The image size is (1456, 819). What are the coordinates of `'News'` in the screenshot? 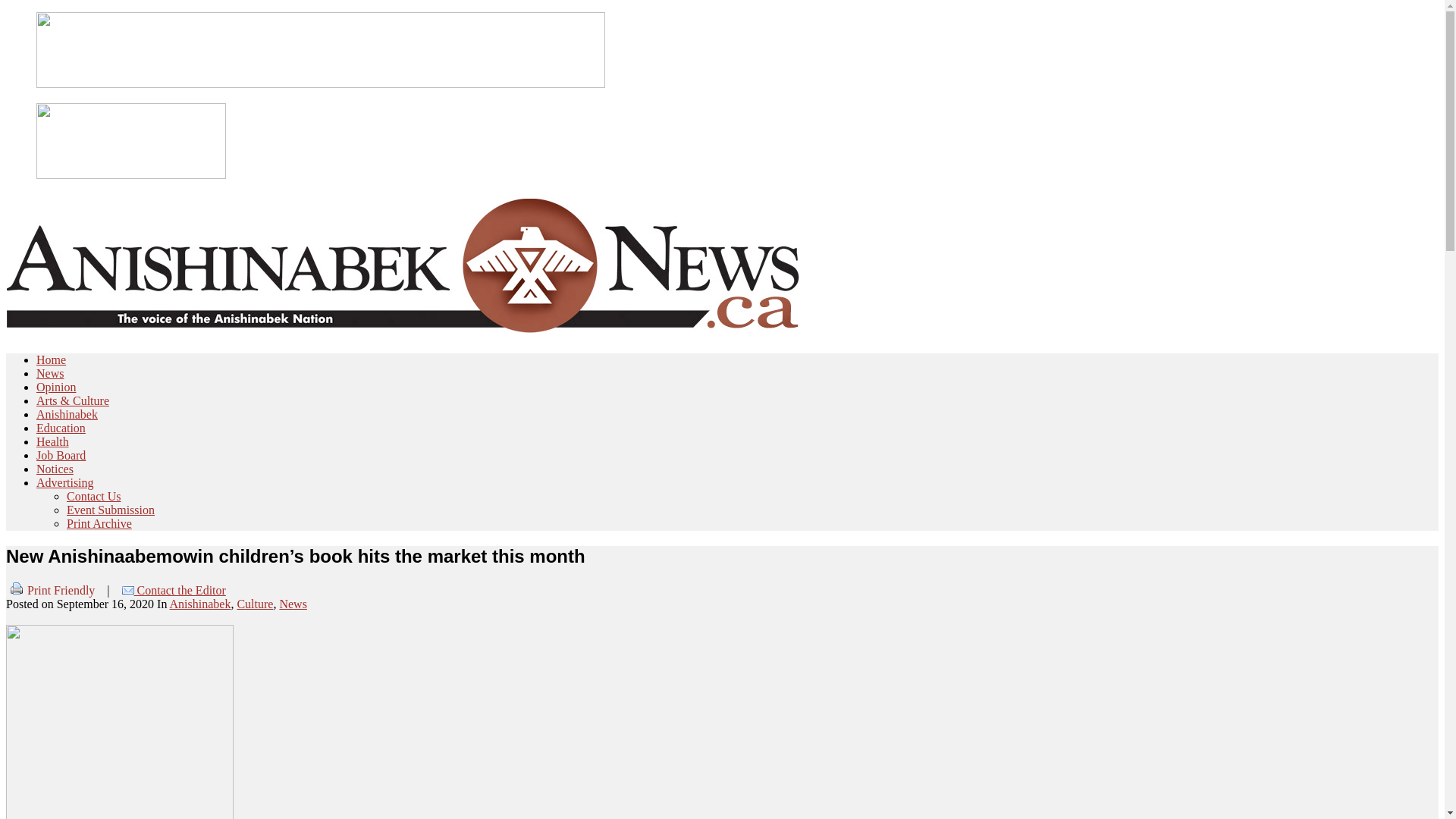 It's located at (50, 373).